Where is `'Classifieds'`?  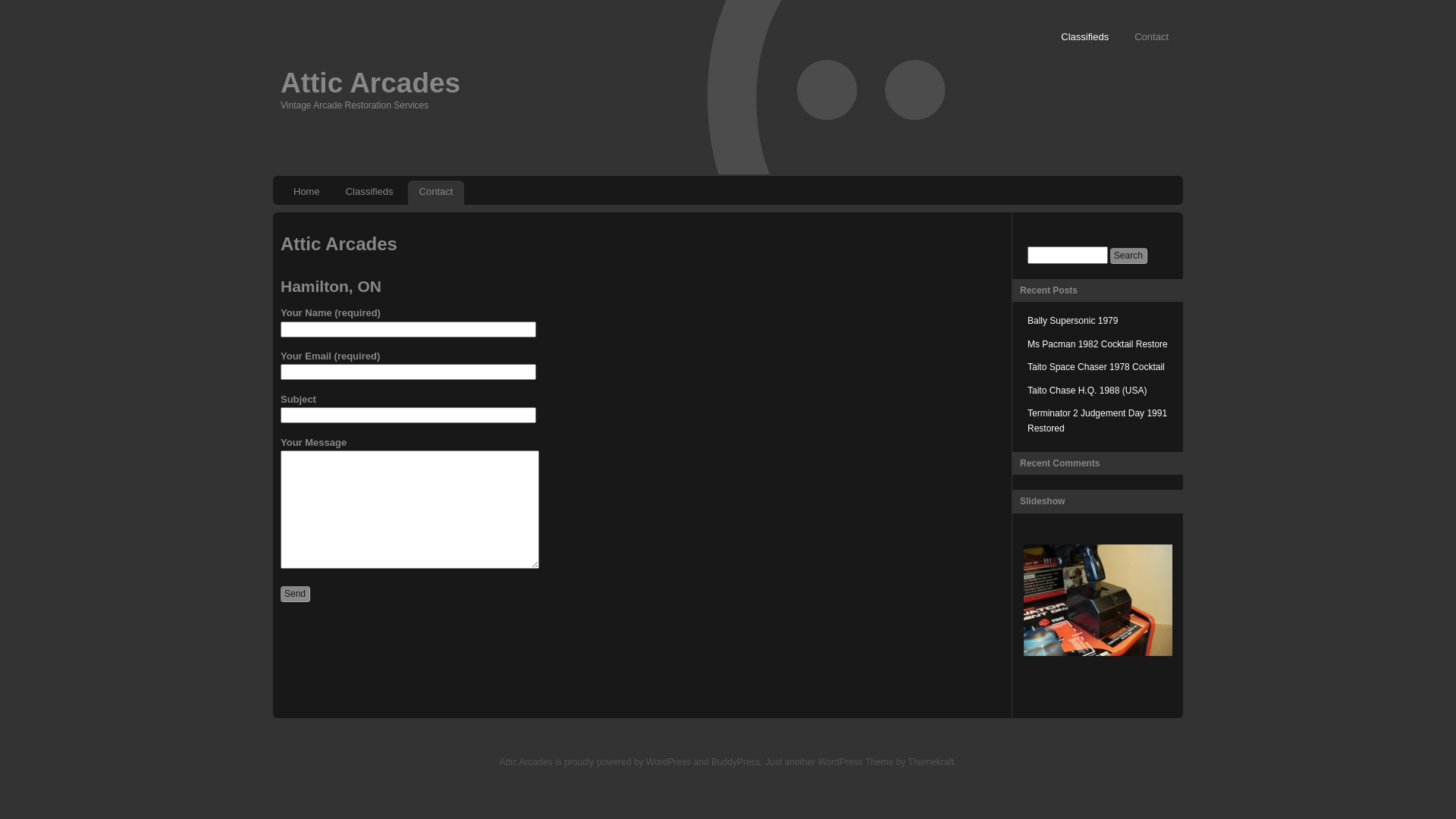 'Classifieds' is located at coordinates (369, 192).